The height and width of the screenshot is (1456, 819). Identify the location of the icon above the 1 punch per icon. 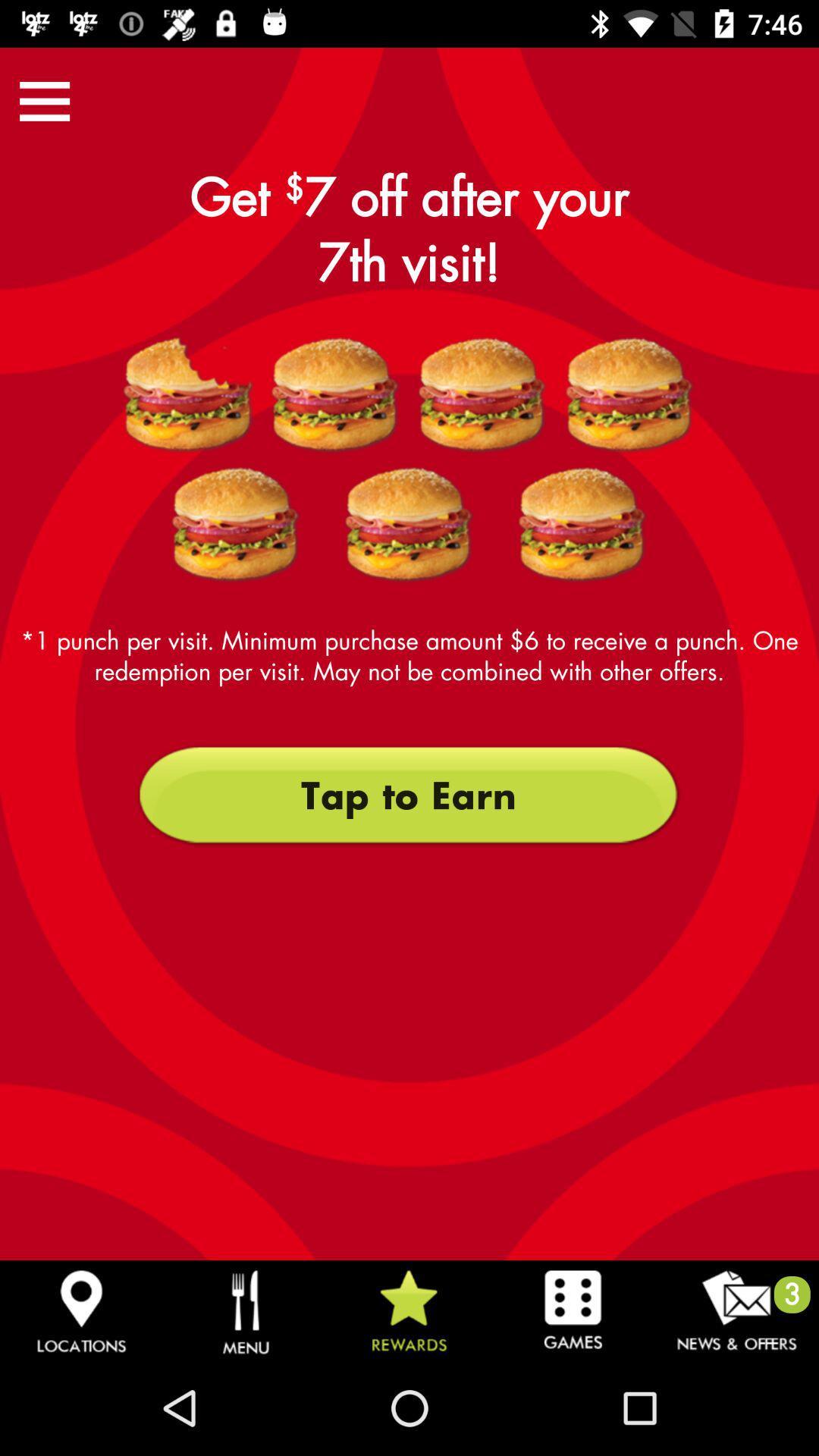
(44, 100).